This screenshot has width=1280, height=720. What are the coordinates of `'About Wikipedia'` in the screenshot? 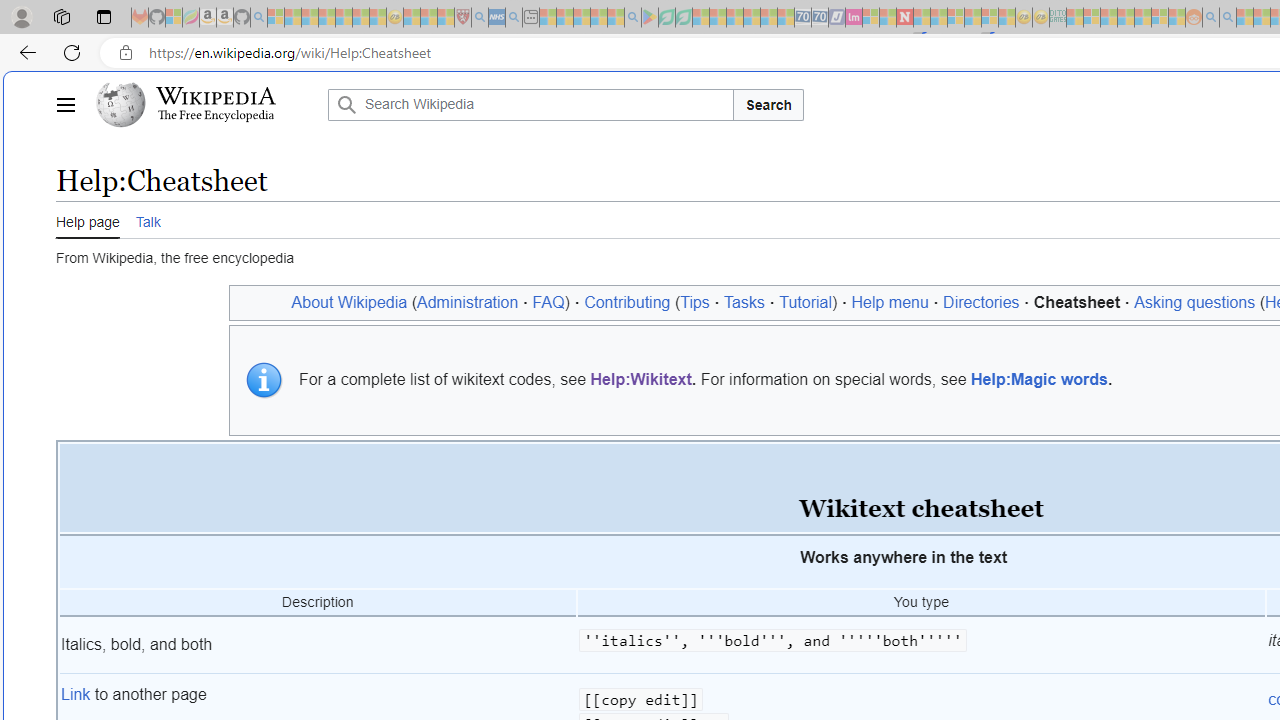 It's located at (349, 302).